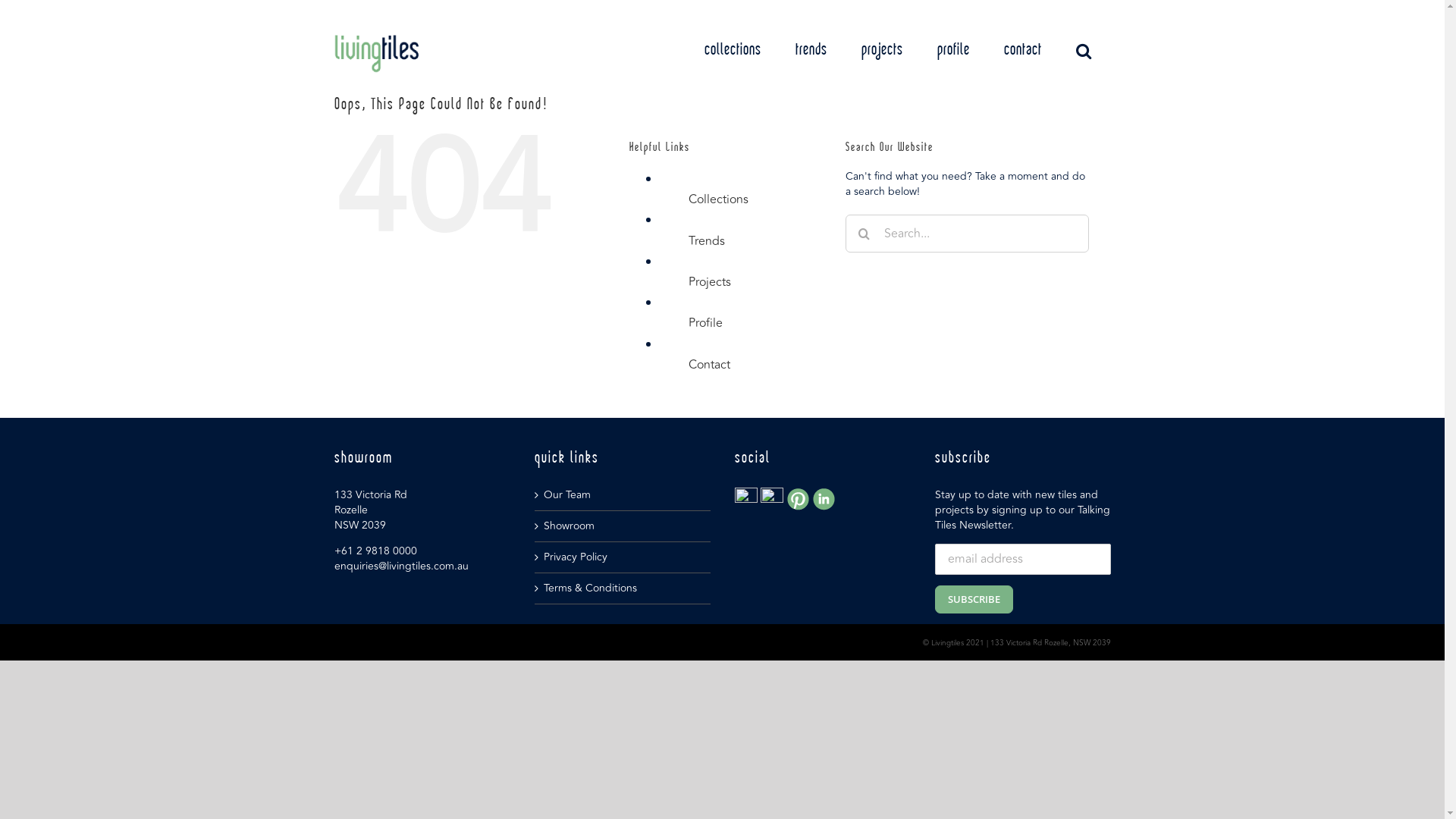  Describe the element at coordinates (732, 49) in the screenshot. I see `'collections'` at that location.